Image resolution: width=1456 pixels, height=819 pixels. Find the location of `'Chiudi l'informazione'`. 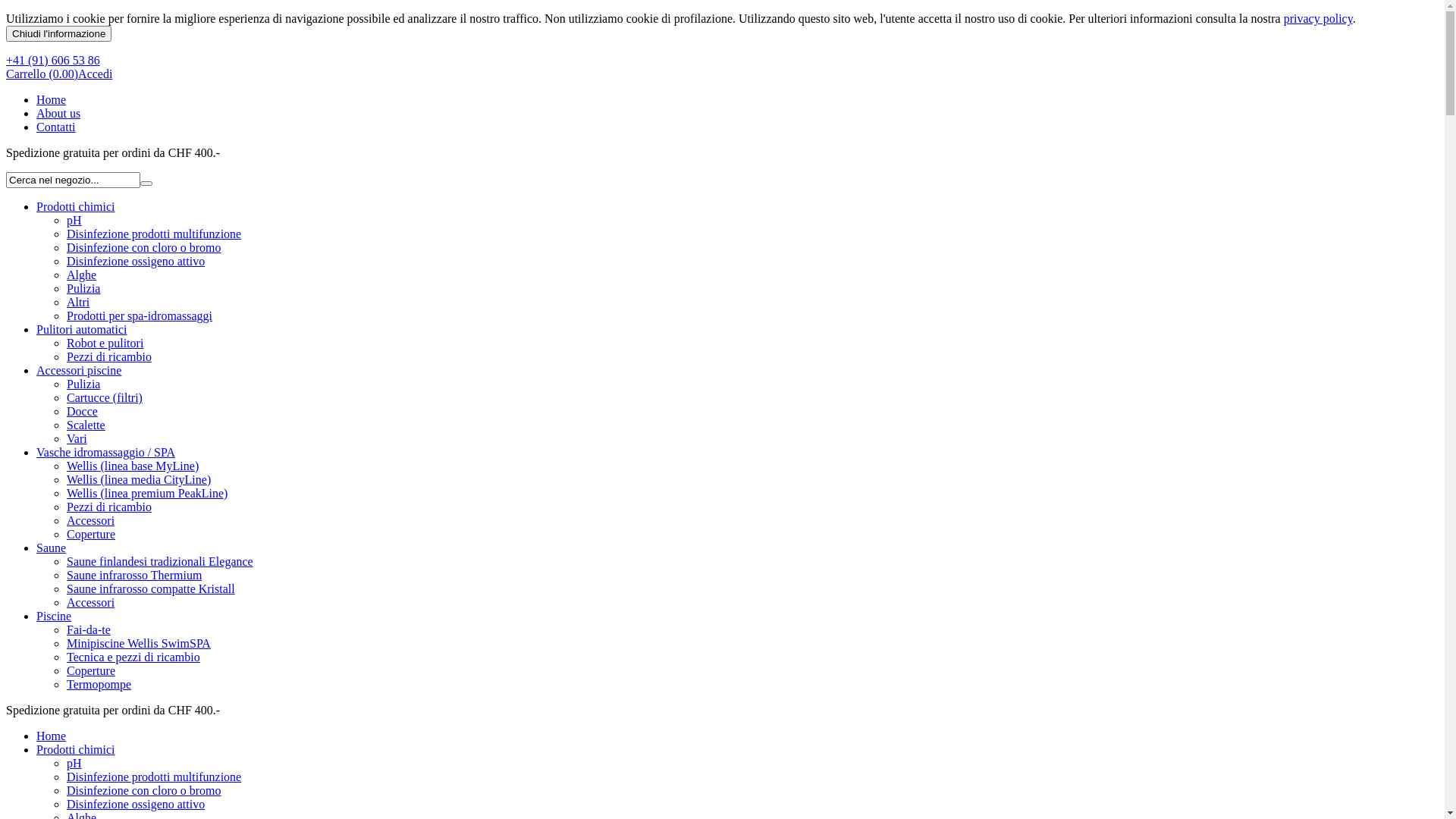

'Chiudi l'informazione' is located at coordinates (58, 33).